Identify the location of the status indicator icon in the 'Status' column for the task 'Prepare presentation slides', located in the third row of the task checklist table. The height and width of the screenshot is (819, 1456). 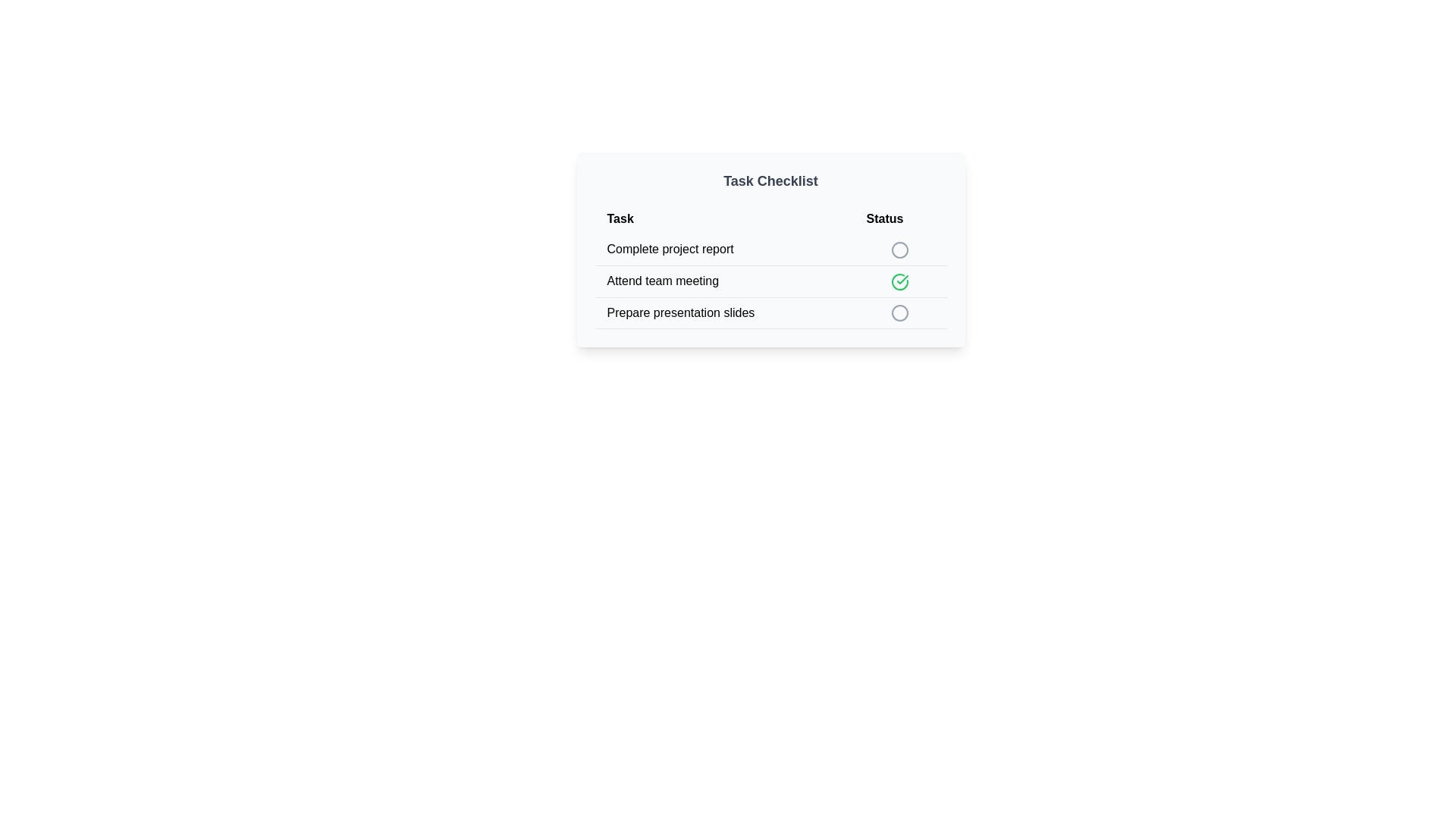
(900, 312).